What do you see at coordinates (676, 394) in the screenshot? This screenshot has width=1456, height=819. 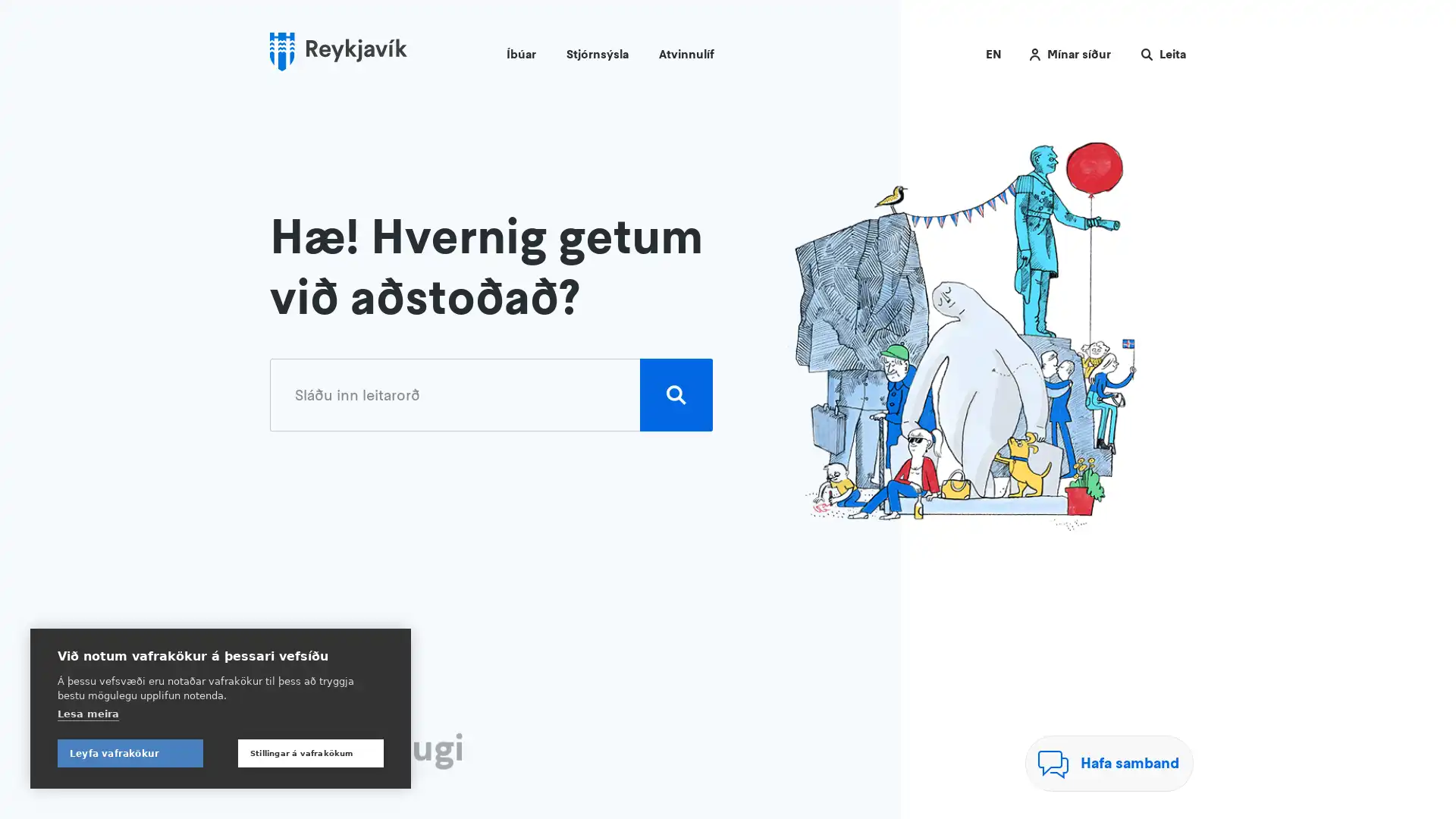 I see `Leita` at bounding box center [676, 394].